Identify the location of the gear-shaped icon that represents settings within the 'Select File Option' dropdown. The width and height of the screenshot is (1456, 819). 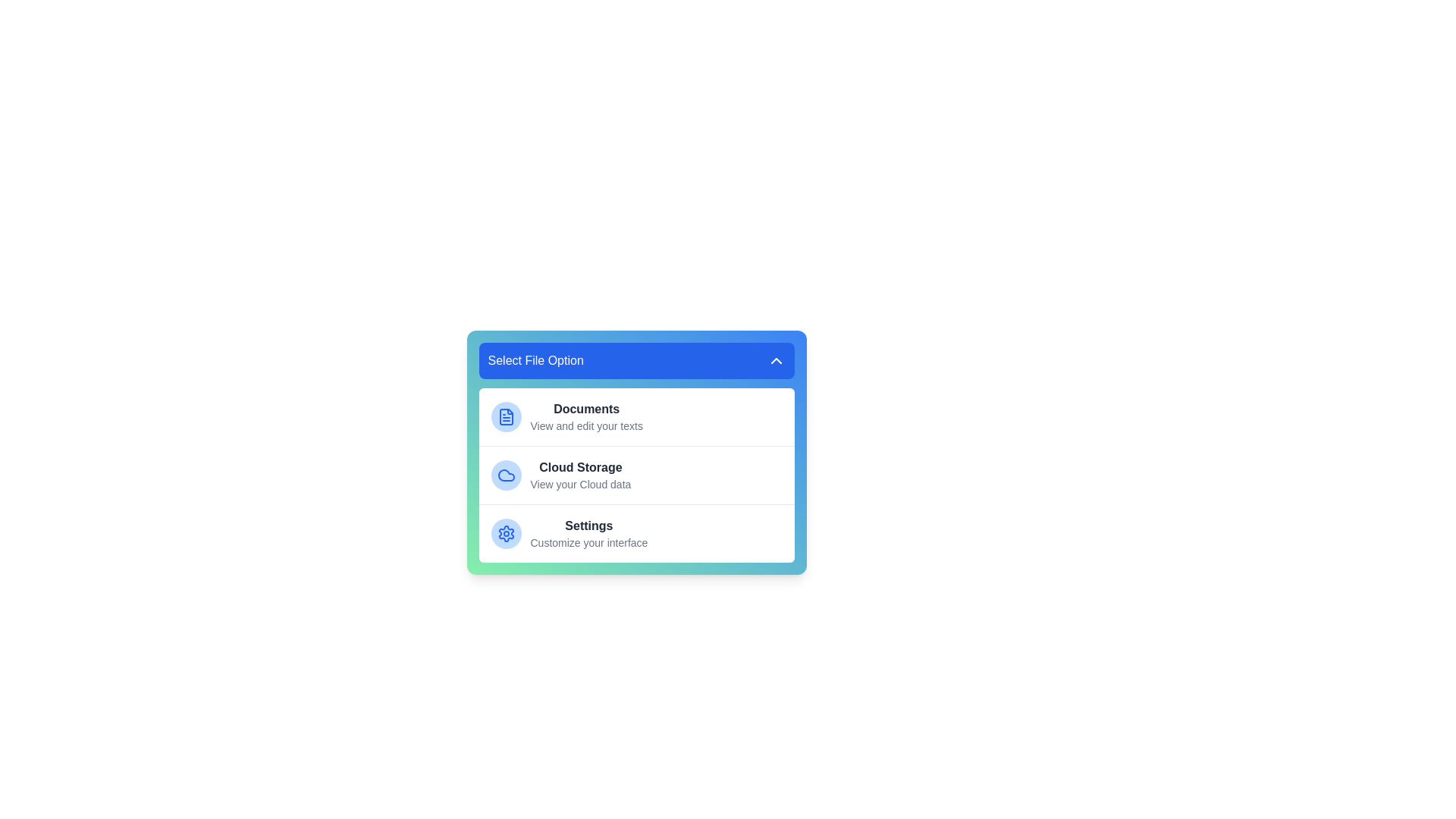
(506, 533).